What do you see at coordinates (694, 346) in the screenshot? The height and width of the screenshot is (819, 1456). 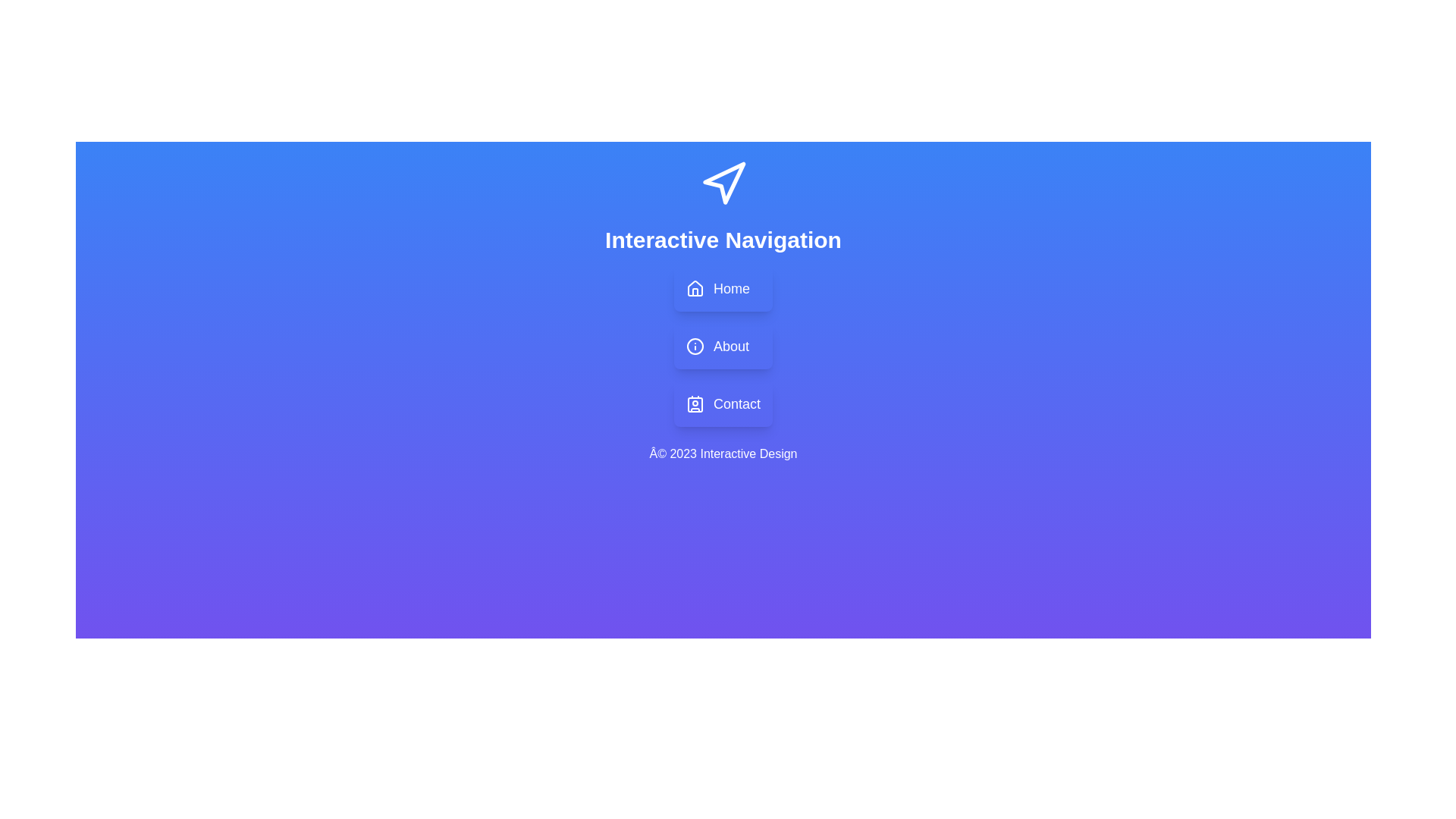 I see `the circular information icon located centrally within the 'About' button, which features a minimalistic design and is positioned alongside 'Home' and 'Contact' buttons` at bounding box center [694, 346].